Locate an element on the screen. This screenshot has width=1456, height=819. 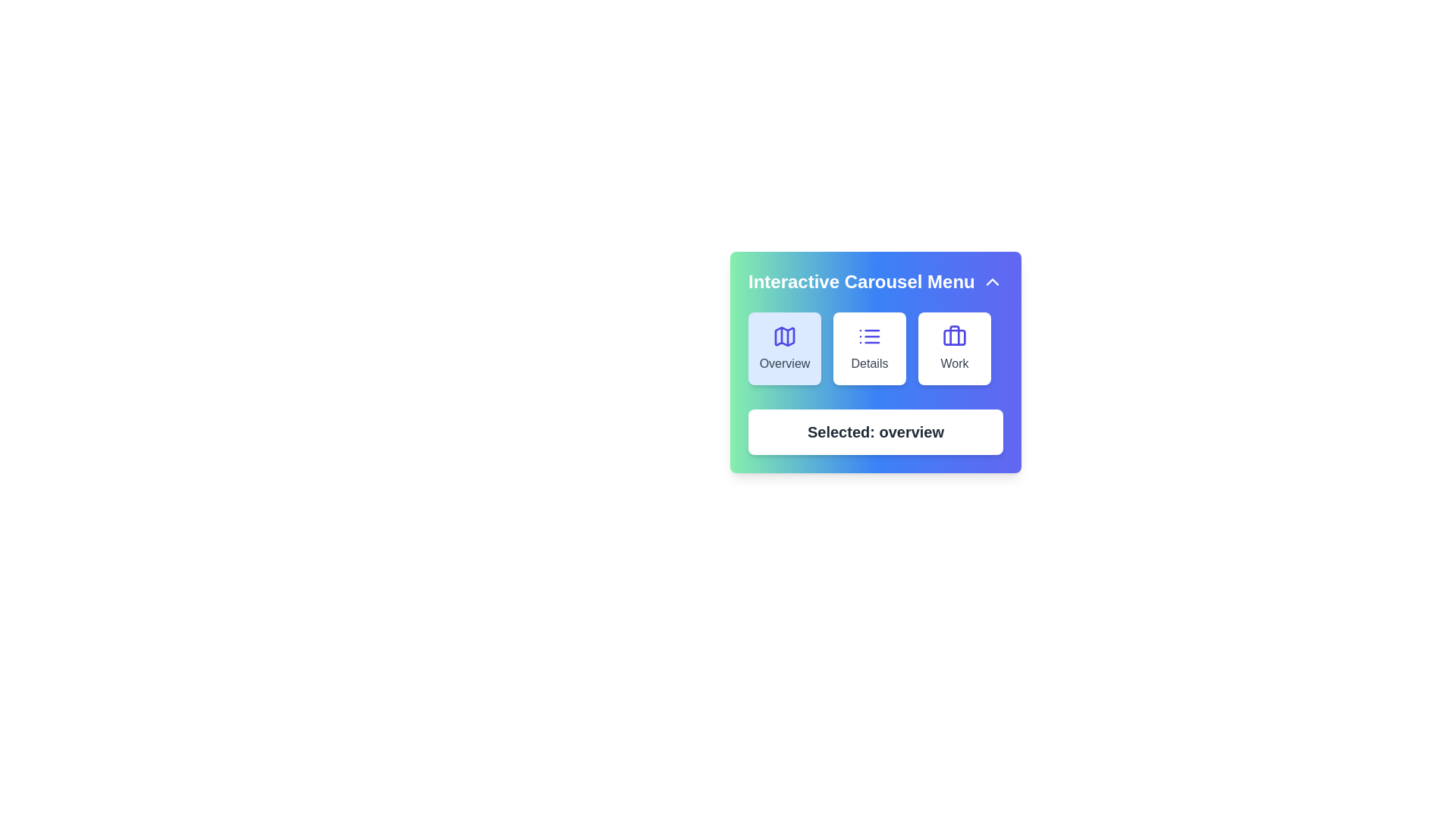
the menu item Details to reveal its hover effect is located at coordinates (870, 348).